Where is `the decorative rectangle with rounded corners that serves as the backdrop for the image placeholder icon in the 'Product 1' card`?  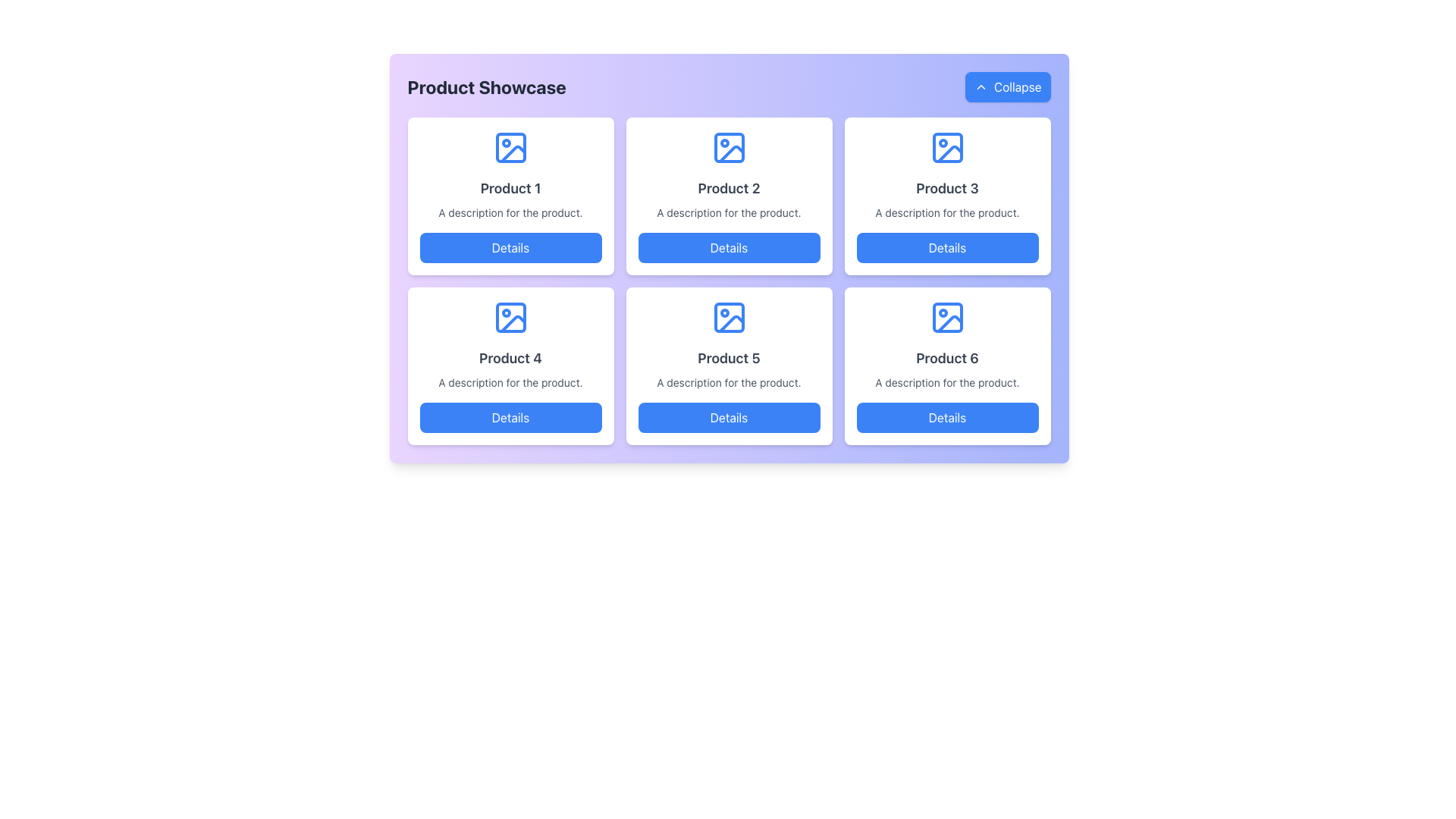
the decorative rectangle with rounded corners that serves as the backdrop for the image placeholder icon in the 'Product 1' card is located at coordinates (510, 148).